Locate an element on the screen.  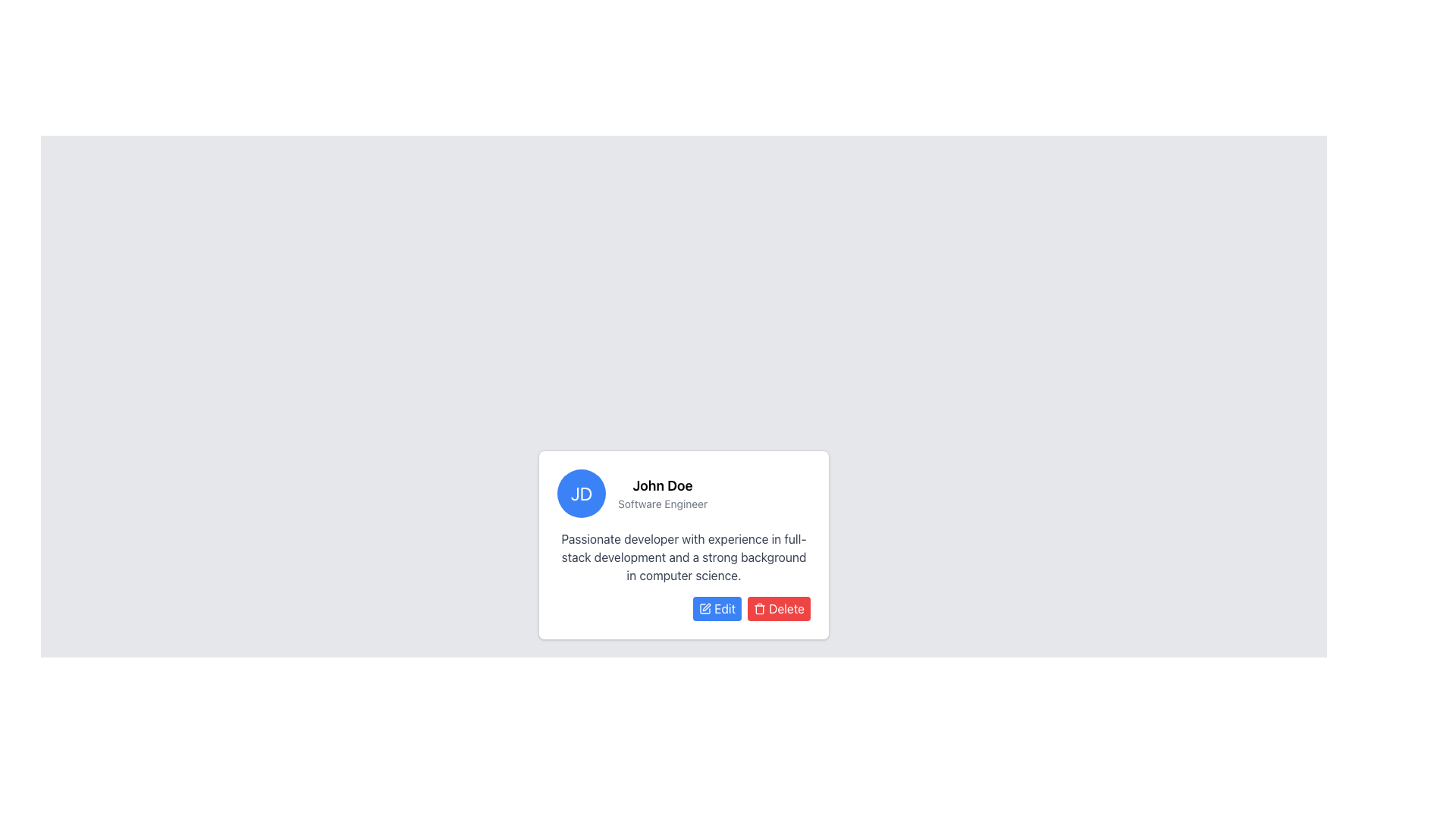
the avatar located in the top-left corner of the section containing information about the person, which is visually represented as a circle aligned vertically with the text to its right is located at coordinates (581, 494).